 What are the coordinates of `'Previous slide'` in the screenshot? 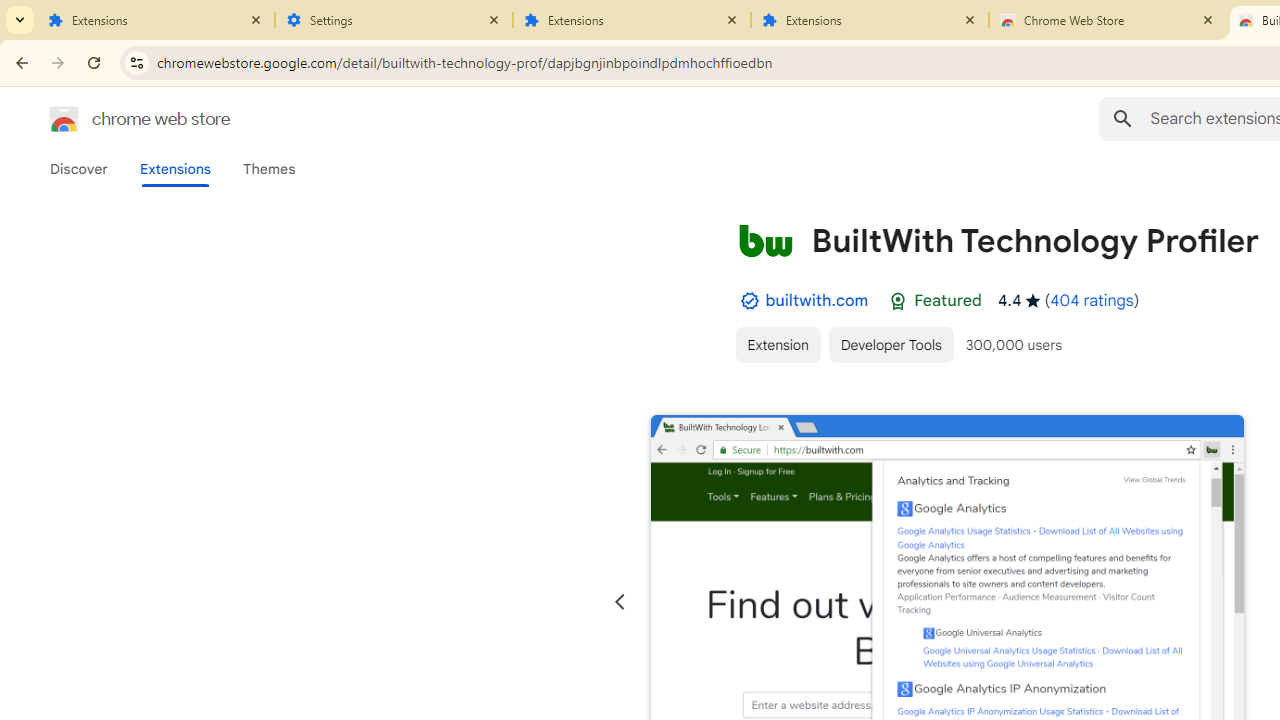 It's located at (618, 601).